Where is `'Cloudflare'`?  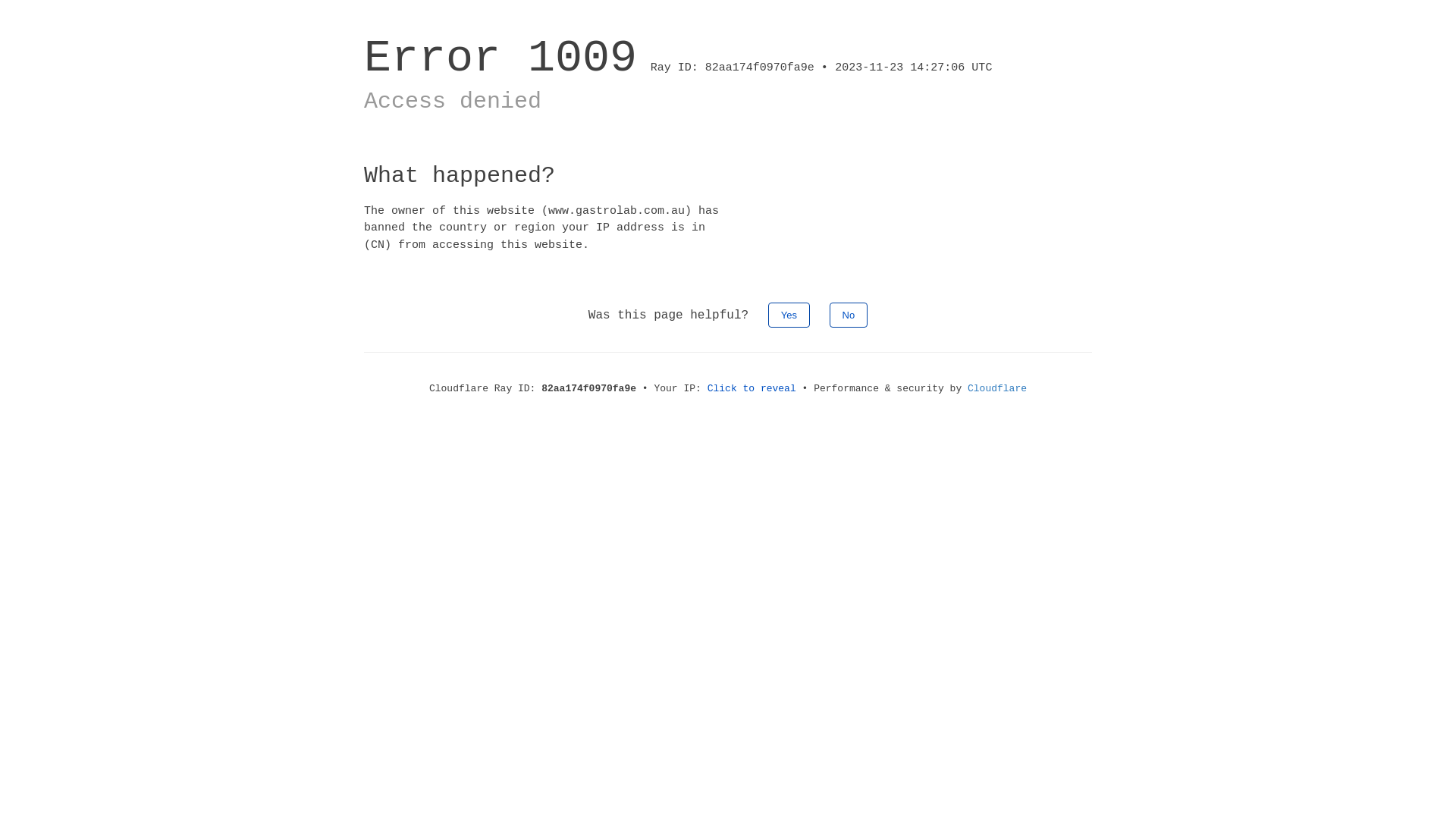 'Cloudflare' is located at coordinates (997, 388).